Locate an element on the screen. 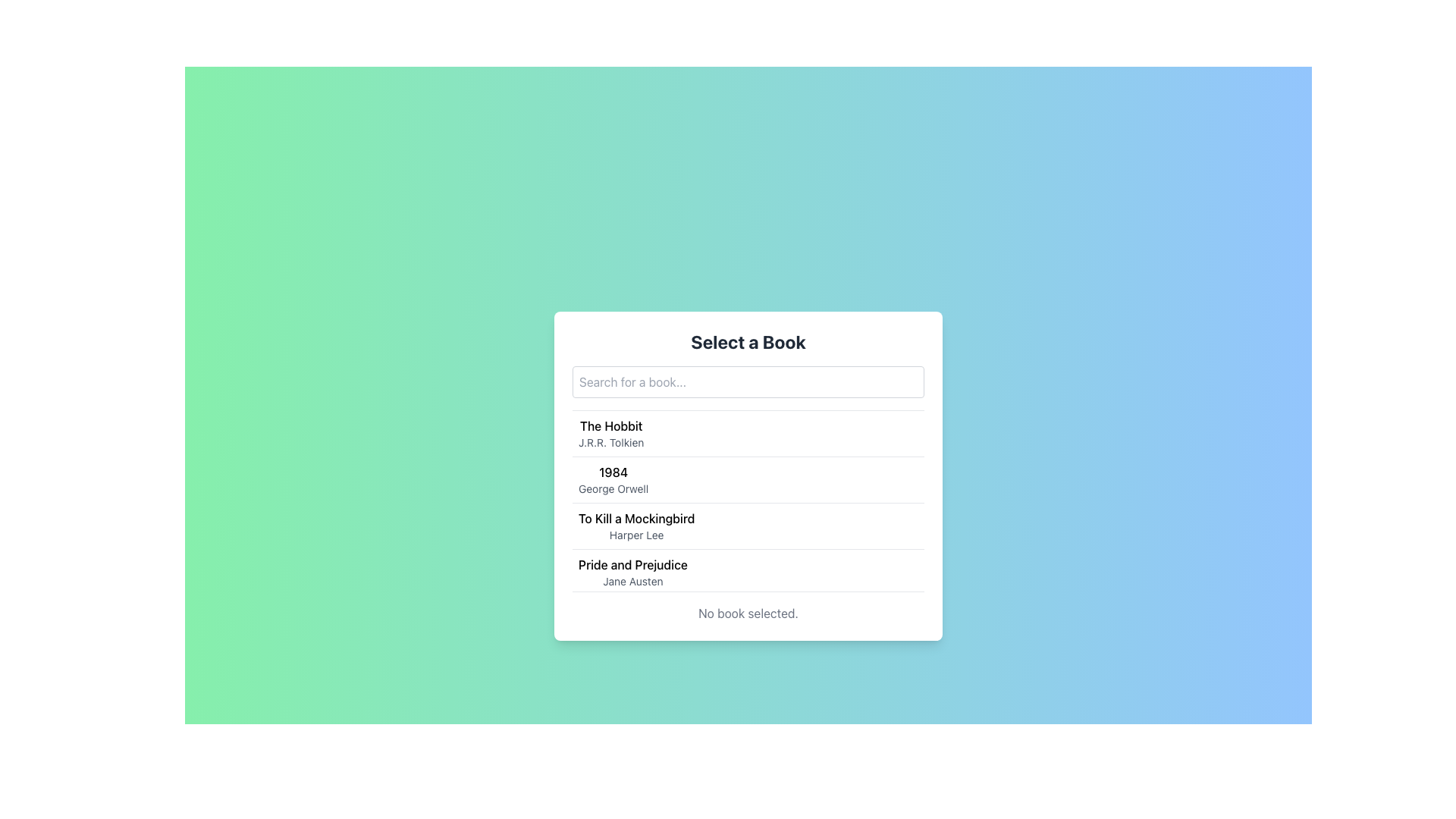 The width and height of the screenshot is (1456, 819). the list item representing the book 'To Kill a Mockingbird' by Harper Lee is located at coordinates (748, 525).